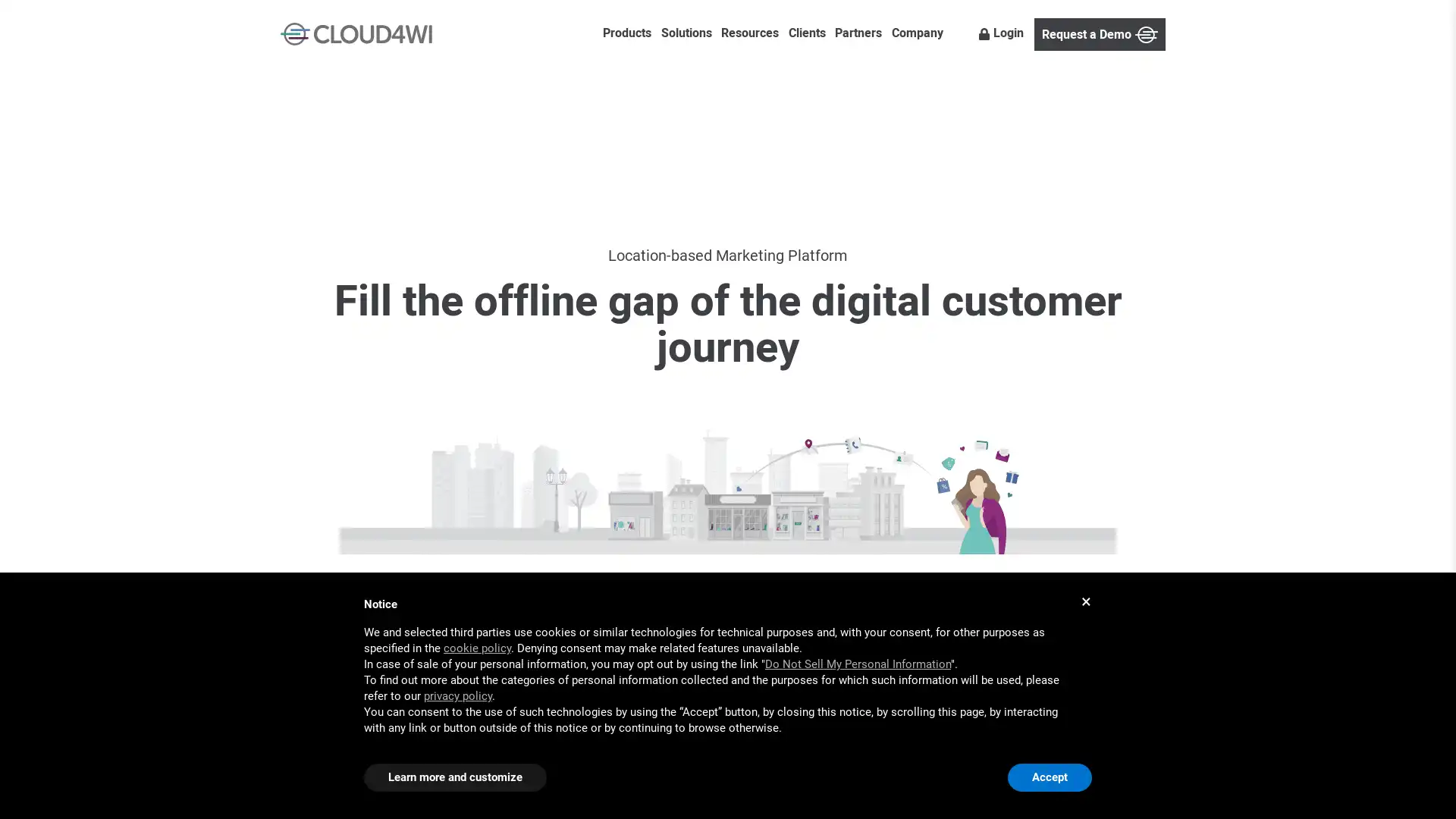 Image resolution: width=1456 pixels, height=819 pixels. I want to click on Accept, so click(1049, 777).